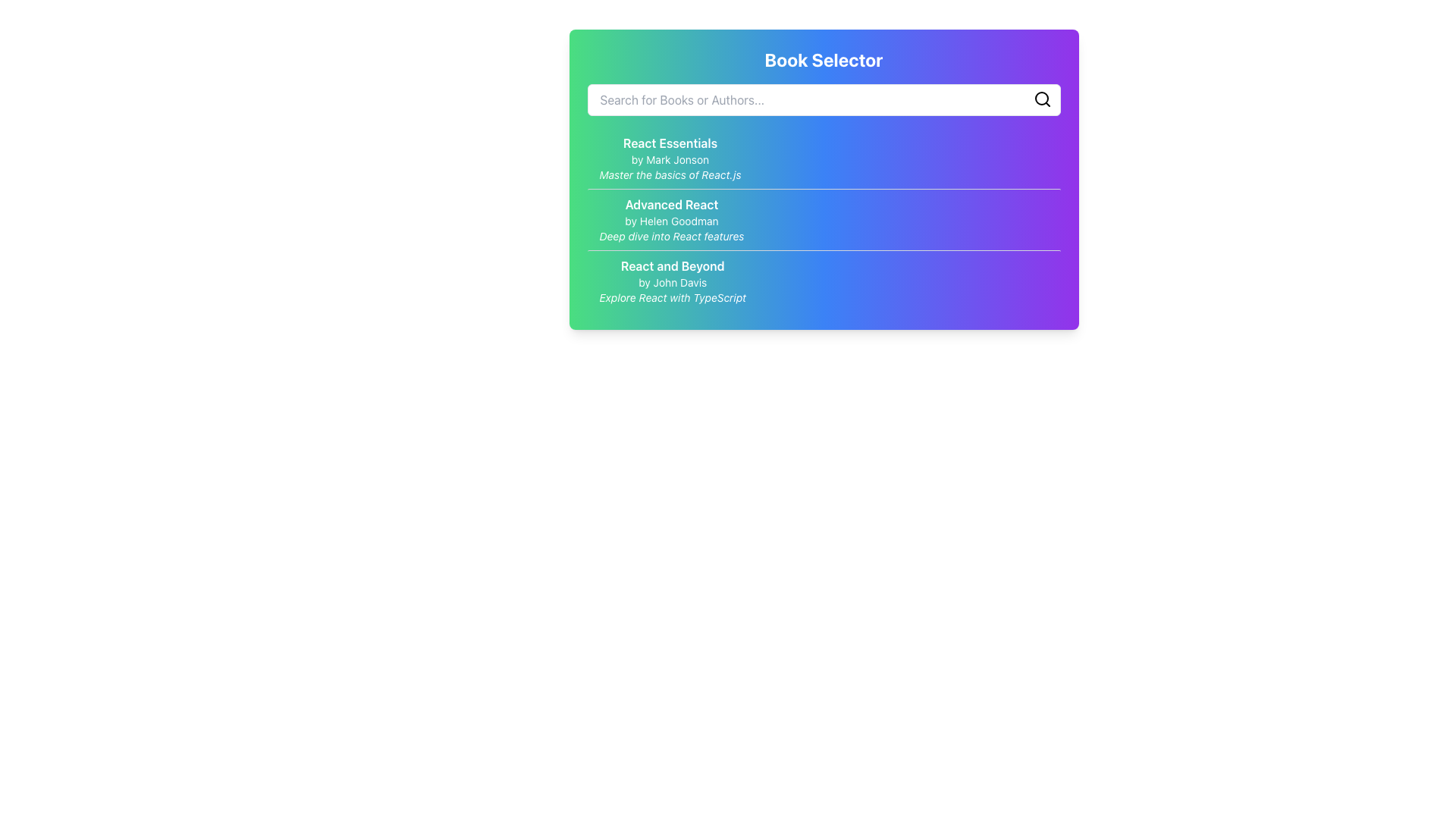  Describe the element at coordinates (823, 219) in the screenshot. I see `one of the courses in the centrally positioned list of courses displayed in a gradient-colored card area, which includes a bold title, author's name, and italicized description` at that location.